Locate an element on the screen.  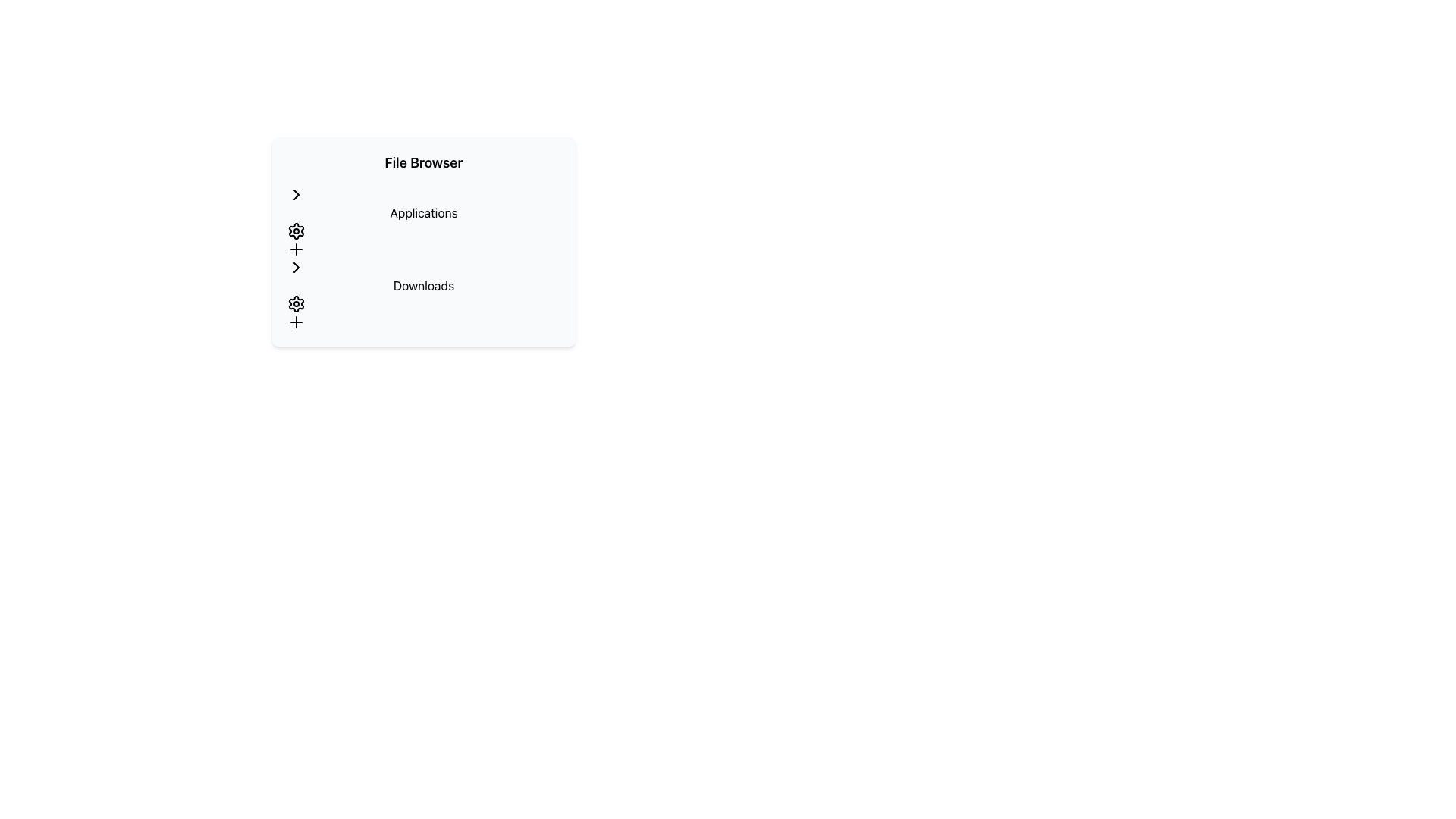
the 'Downloads' text label, which is the second item in a vertical list within the 'File Browser' panel is located at coordinates (423, 295).